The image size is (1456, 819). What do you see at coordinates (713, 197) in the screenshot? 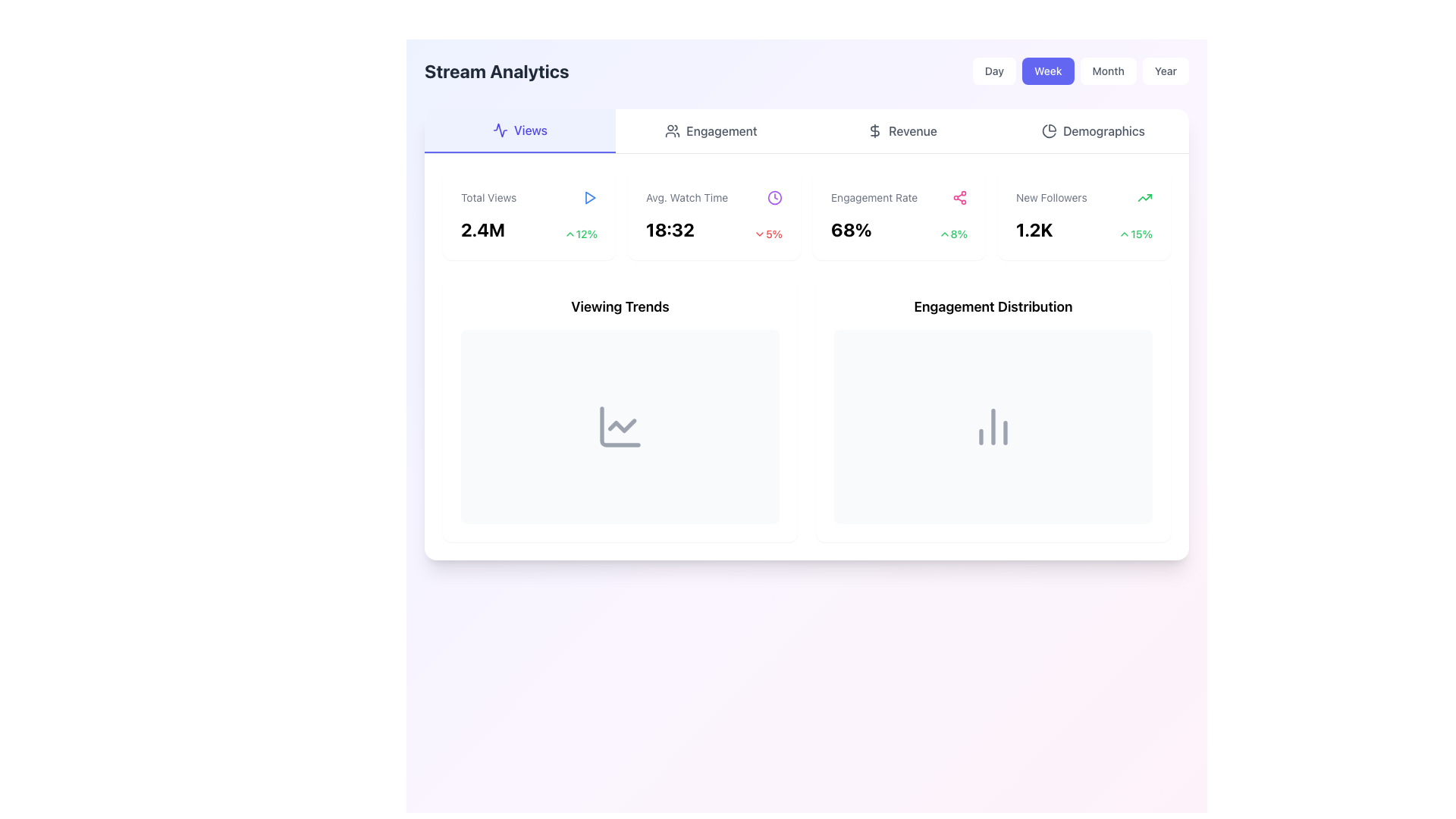
I see `the purple clock icon next to the Text label identifying the average watch time in the 'Stream Analytics' dashboard` at bounding box center [713, 197].